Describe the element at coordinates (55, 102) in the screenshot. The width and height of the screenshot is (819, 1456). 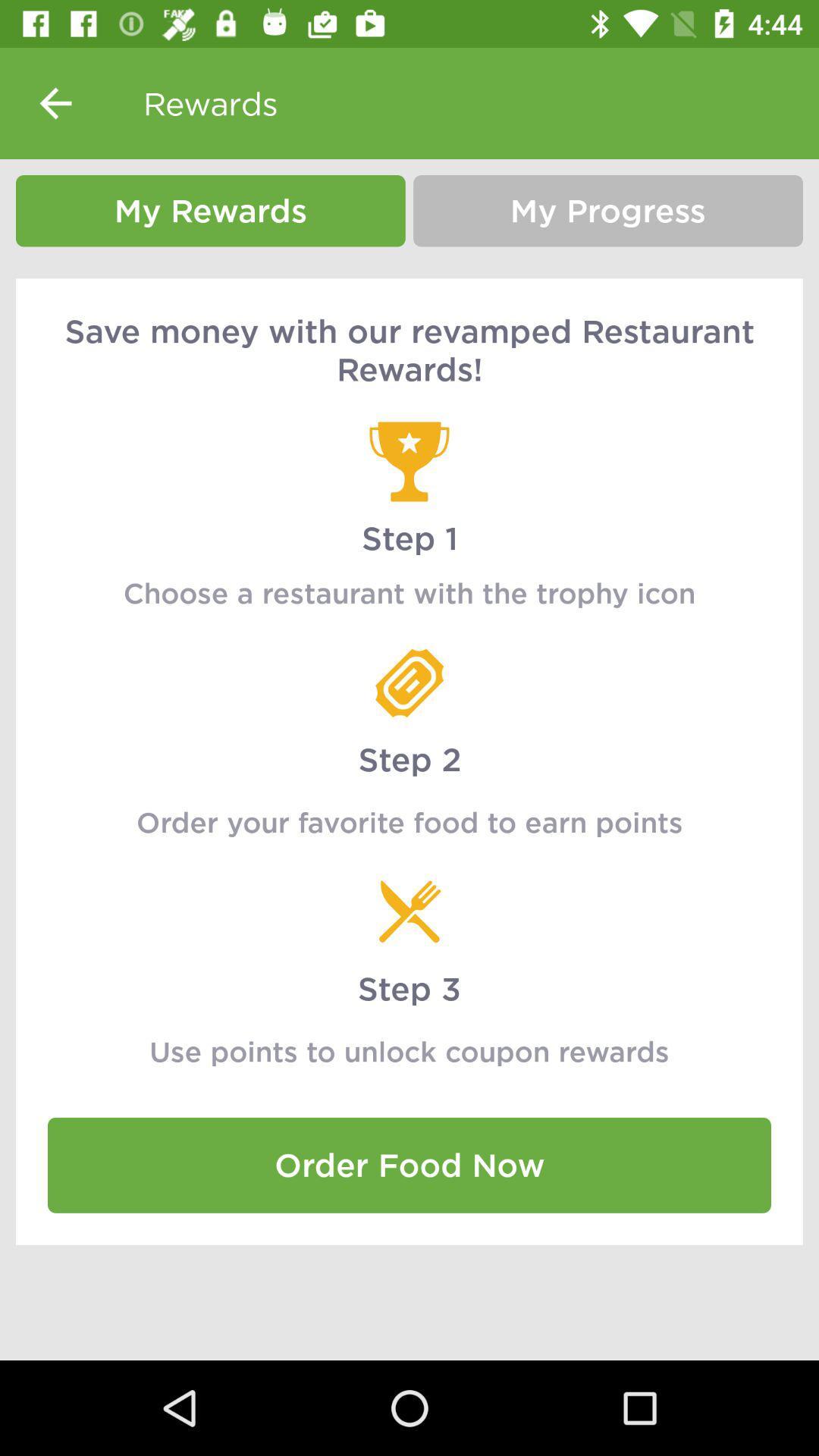
I see `the item above my rewards` at that location.